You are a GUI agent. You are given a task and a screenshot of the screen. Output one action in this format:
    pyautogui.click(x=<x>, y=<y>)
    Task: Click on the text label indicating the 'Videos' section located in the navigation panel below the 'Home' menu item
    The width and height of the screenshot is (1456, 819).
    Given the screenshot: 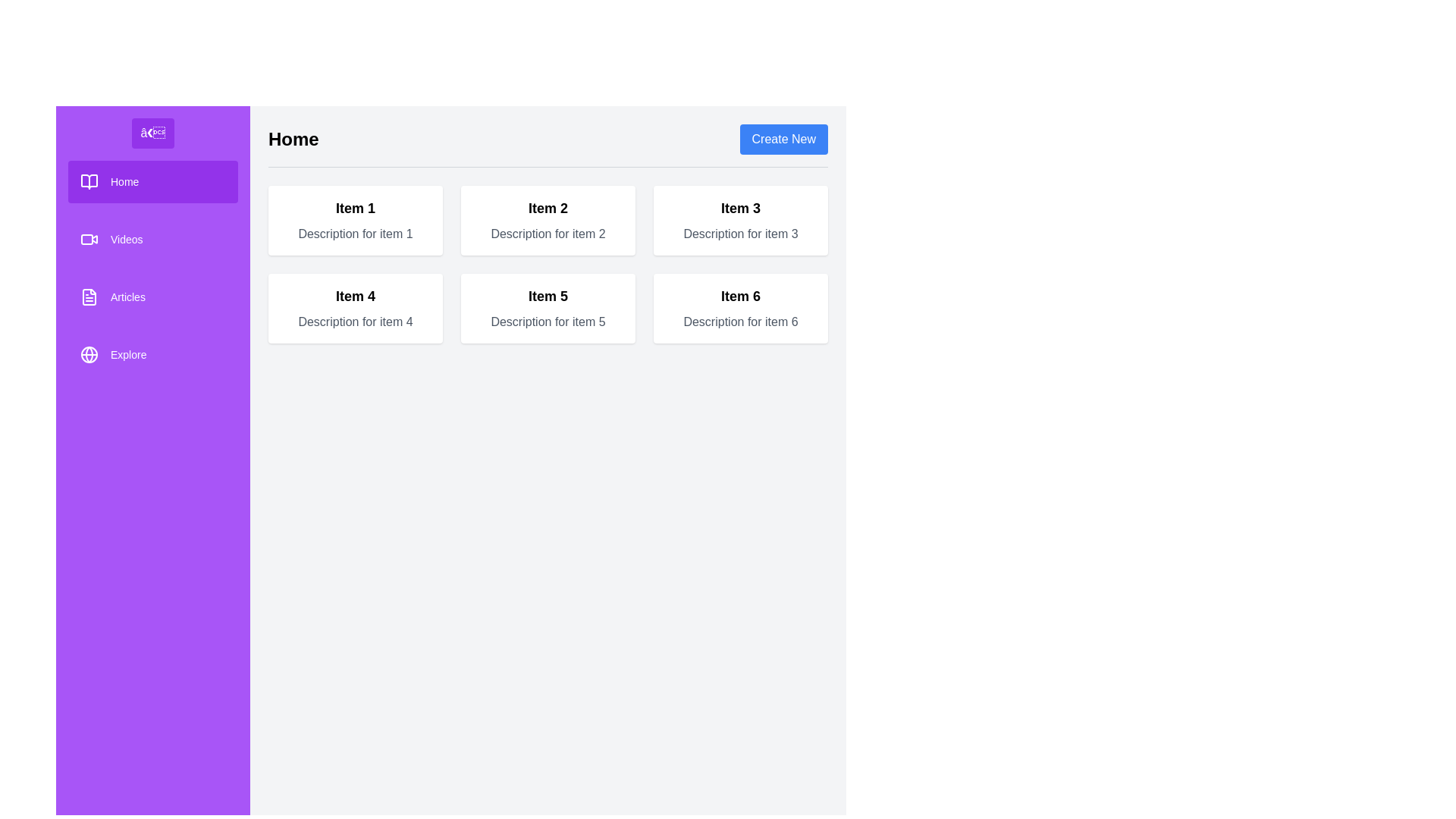 What is the action you would take?
    pyautogui.click(x=127, y=239)
    